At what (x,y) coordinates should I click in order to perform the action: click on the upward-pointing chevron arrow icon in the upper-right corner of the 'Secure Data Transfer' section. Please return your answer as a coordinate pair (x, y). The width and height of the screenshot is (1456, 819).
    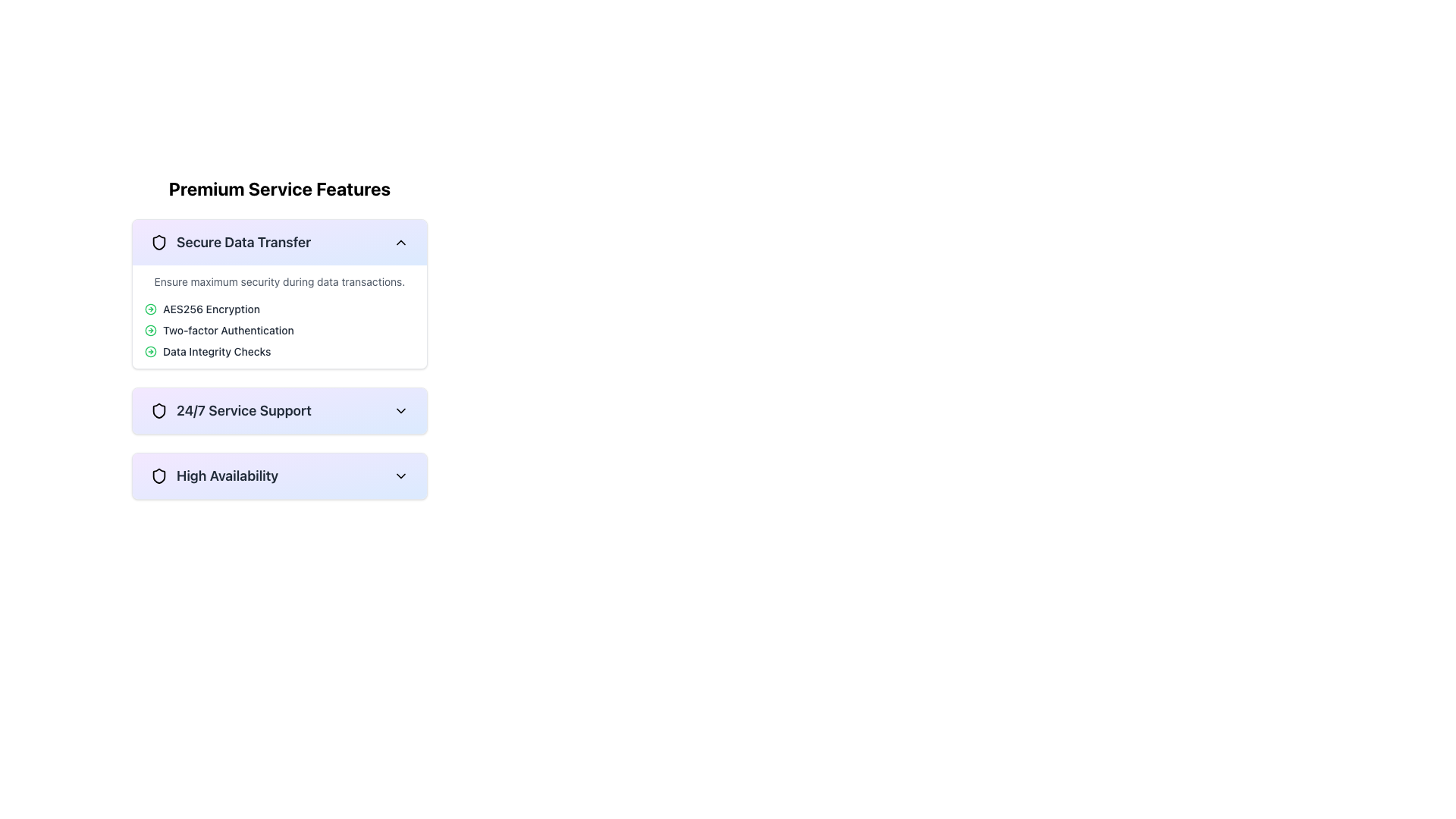
    Looking at the image, I should click on (400, 242).